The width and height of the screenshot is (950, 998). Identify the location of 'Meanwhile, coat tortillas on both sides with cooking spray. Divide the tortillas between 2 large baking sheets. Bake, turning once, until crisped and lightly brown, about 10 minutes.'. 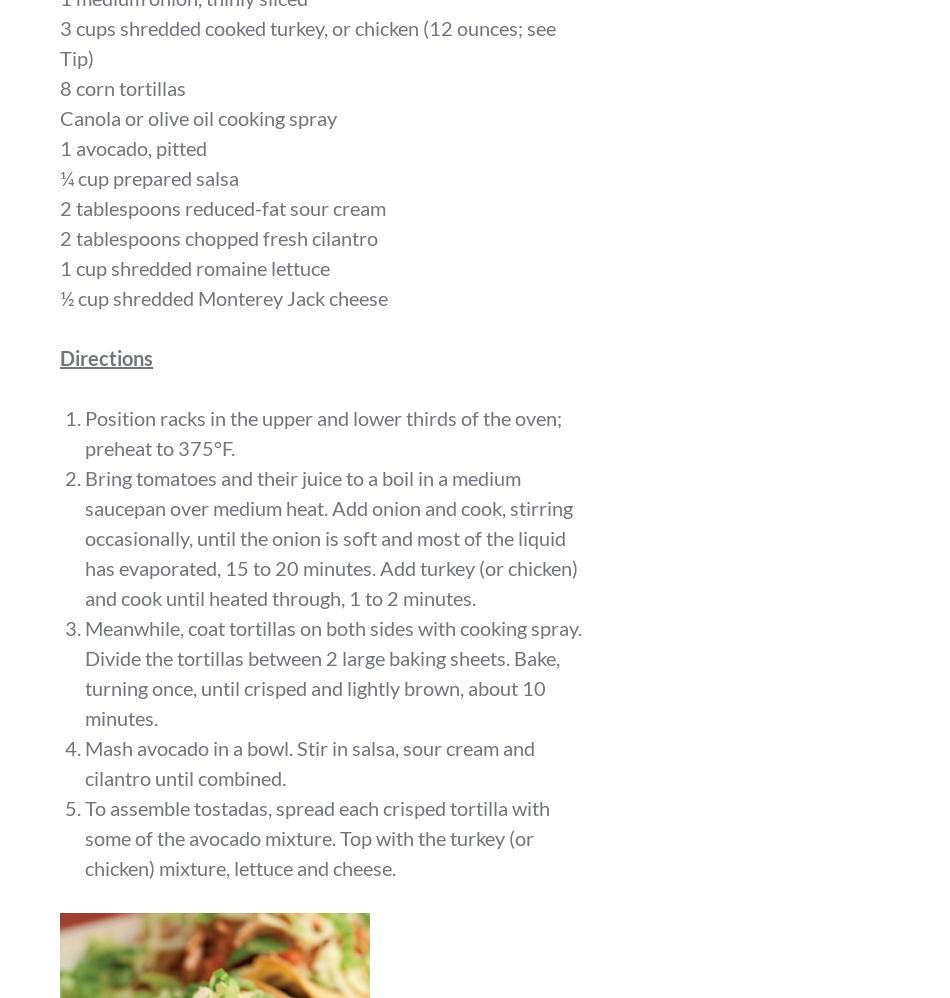
(85, 670).